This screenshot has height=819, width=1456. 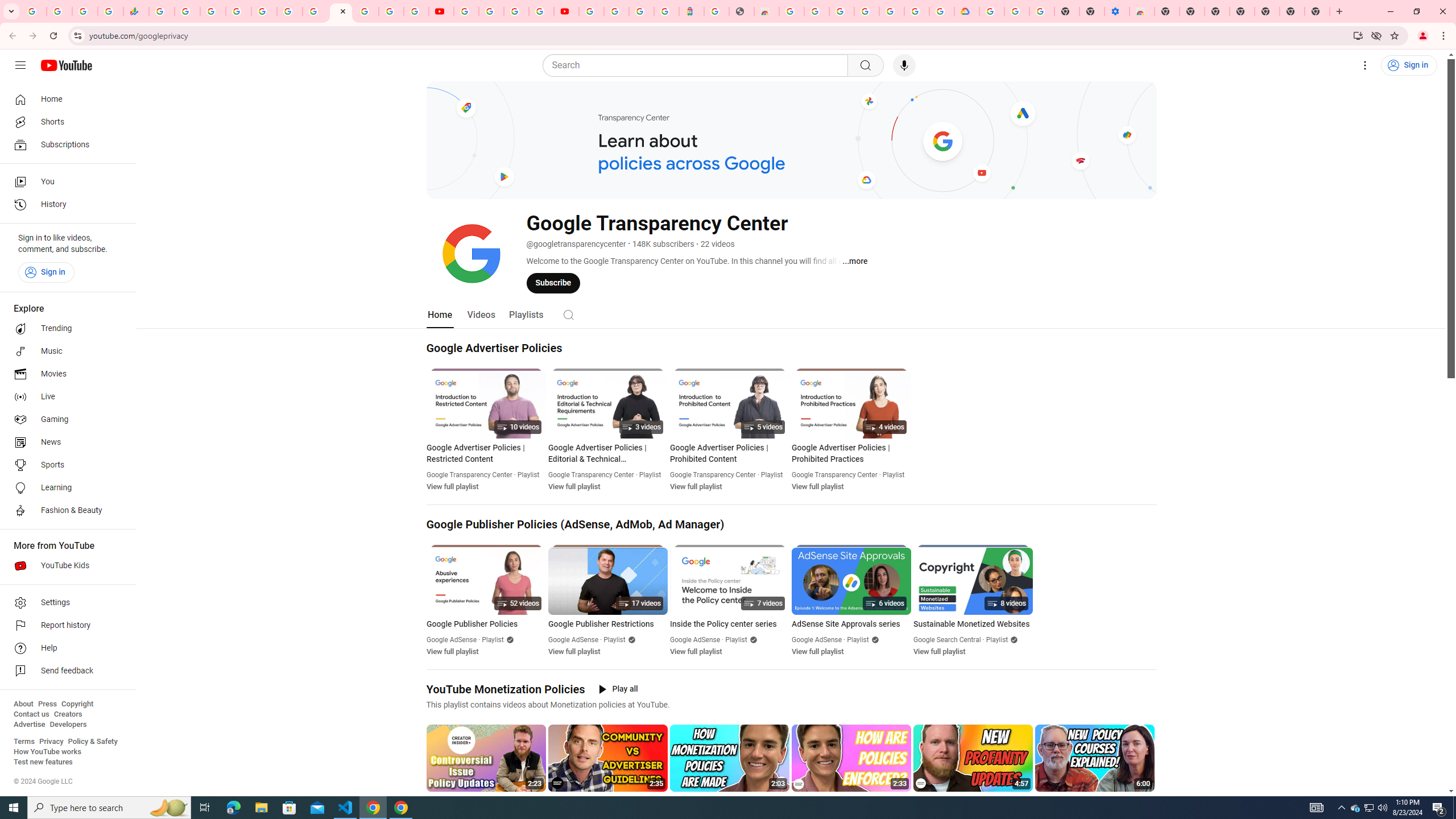 I want to click on 'Play all', so click(x=619, y=688).